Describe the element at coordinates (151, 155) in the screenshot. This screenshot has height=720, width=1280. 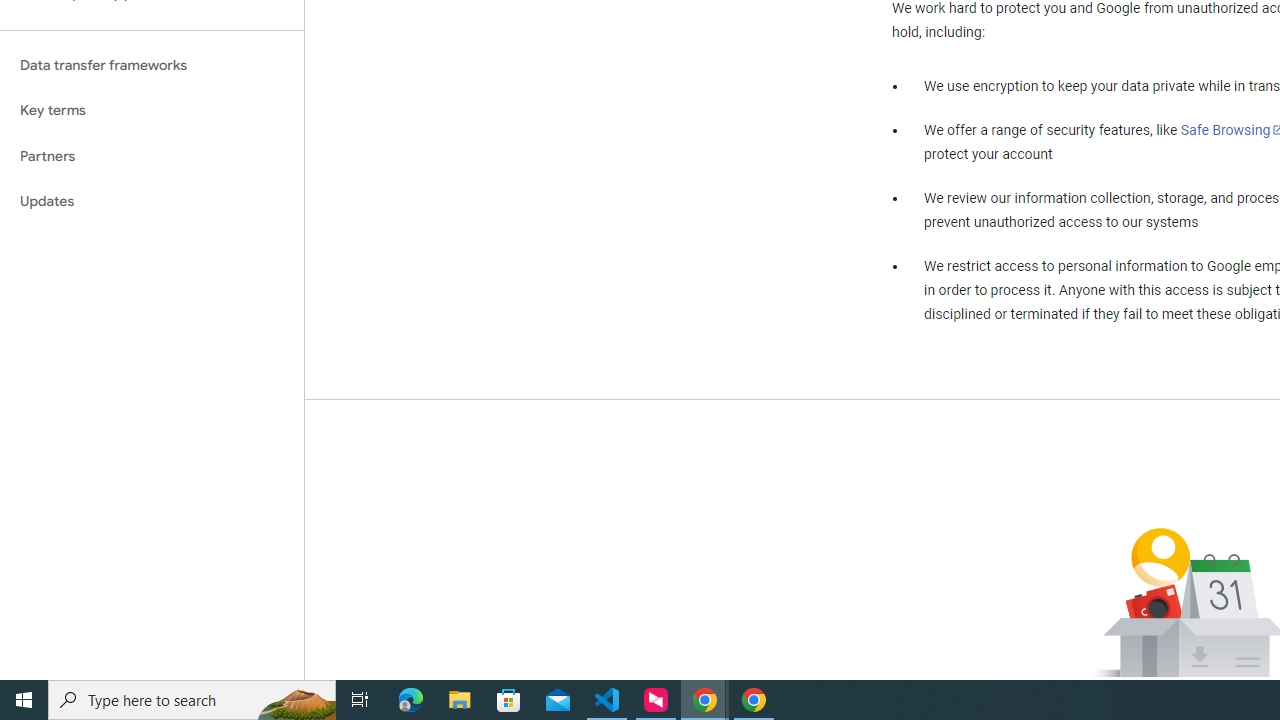
I see `'Partners'` at that location.